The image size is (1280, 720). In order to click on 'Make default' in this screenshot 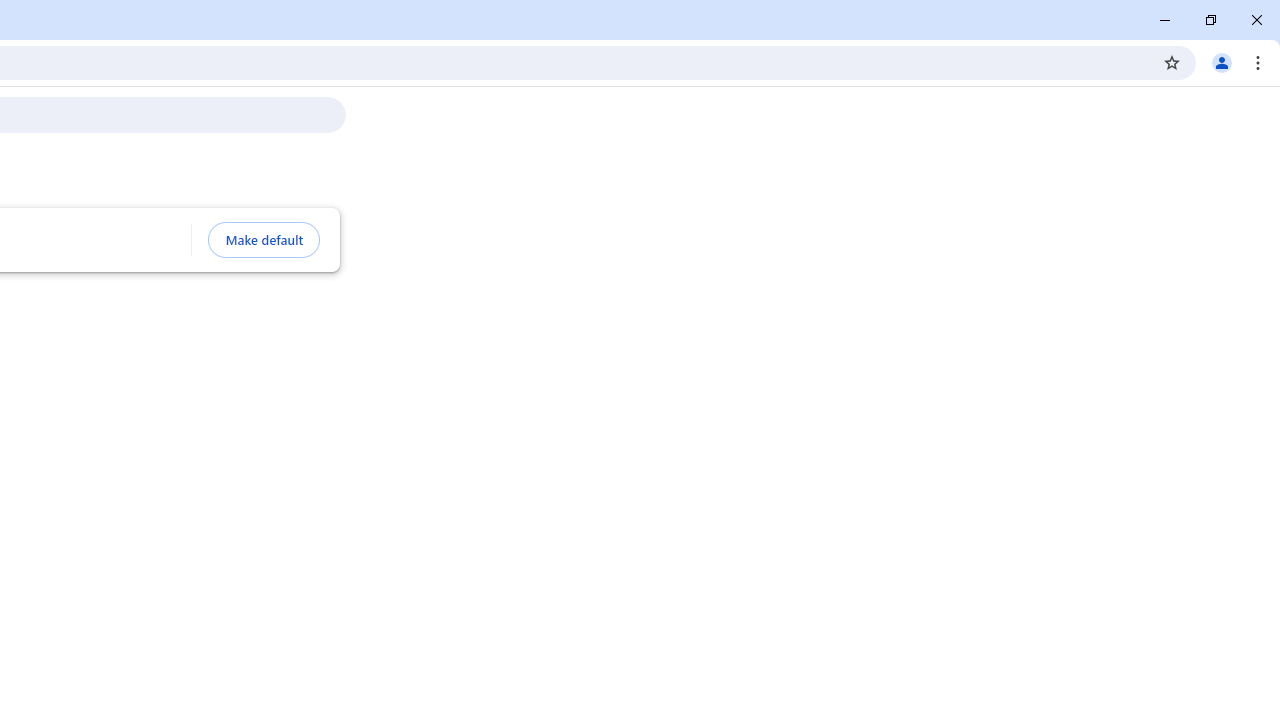, I will do `click(262, 239)`.